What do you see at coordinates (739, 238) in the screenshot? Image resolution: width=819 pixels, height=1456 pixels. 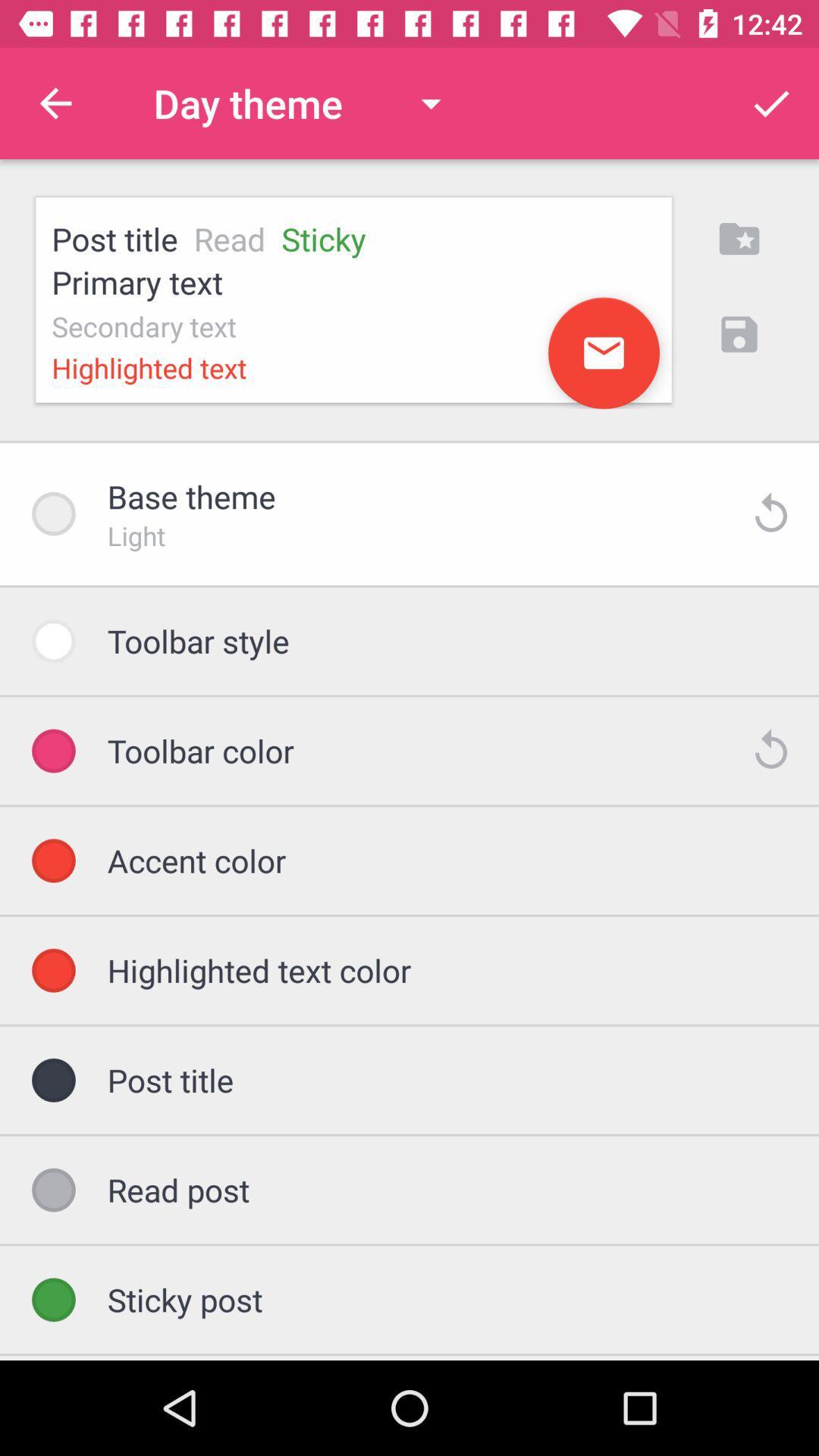 I see `the folder icon` at bounding box center [739, 238].